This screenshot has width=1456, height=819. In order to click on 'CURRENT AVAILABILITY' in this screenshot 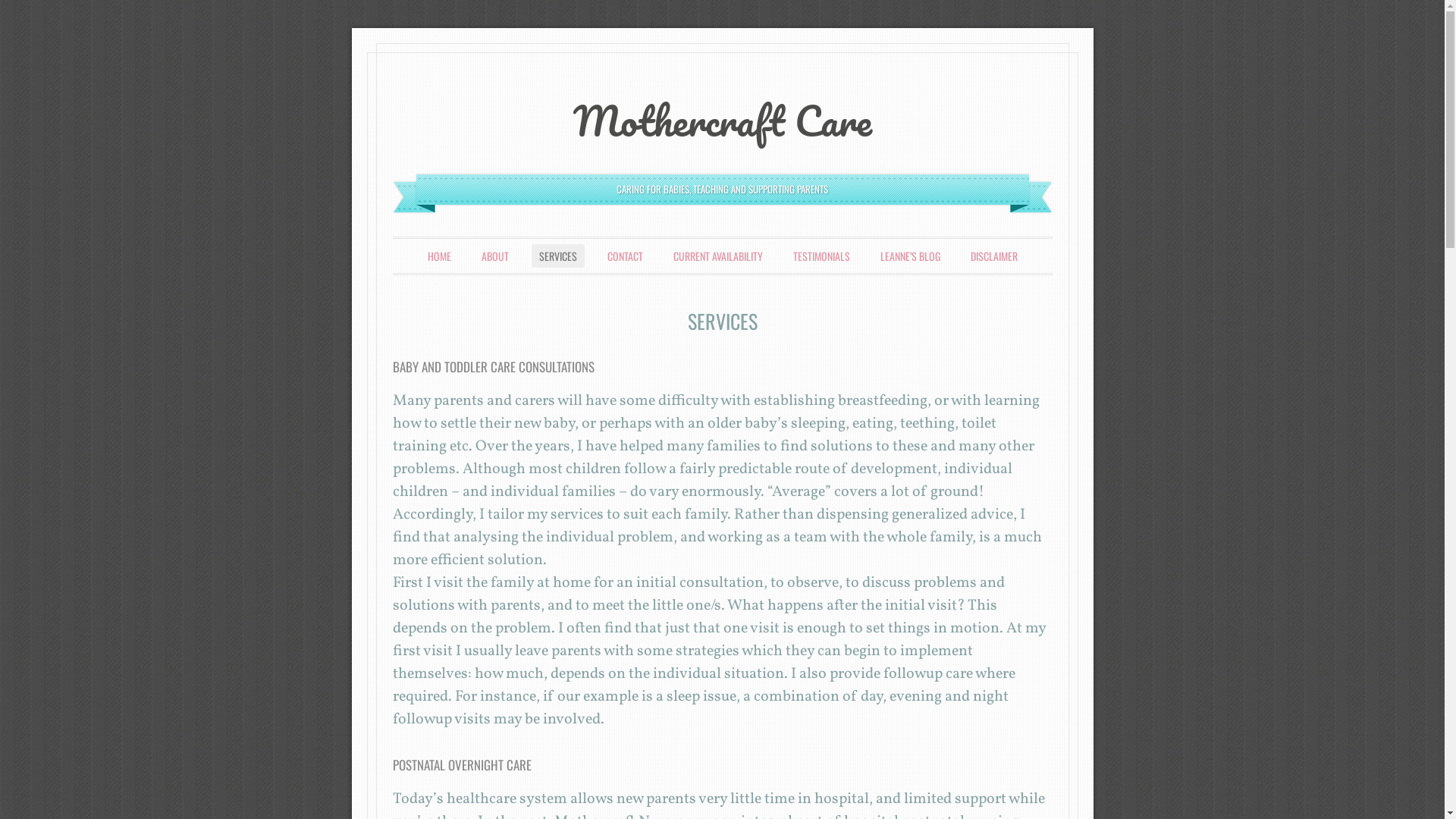, I will do `click(717, 255)`.